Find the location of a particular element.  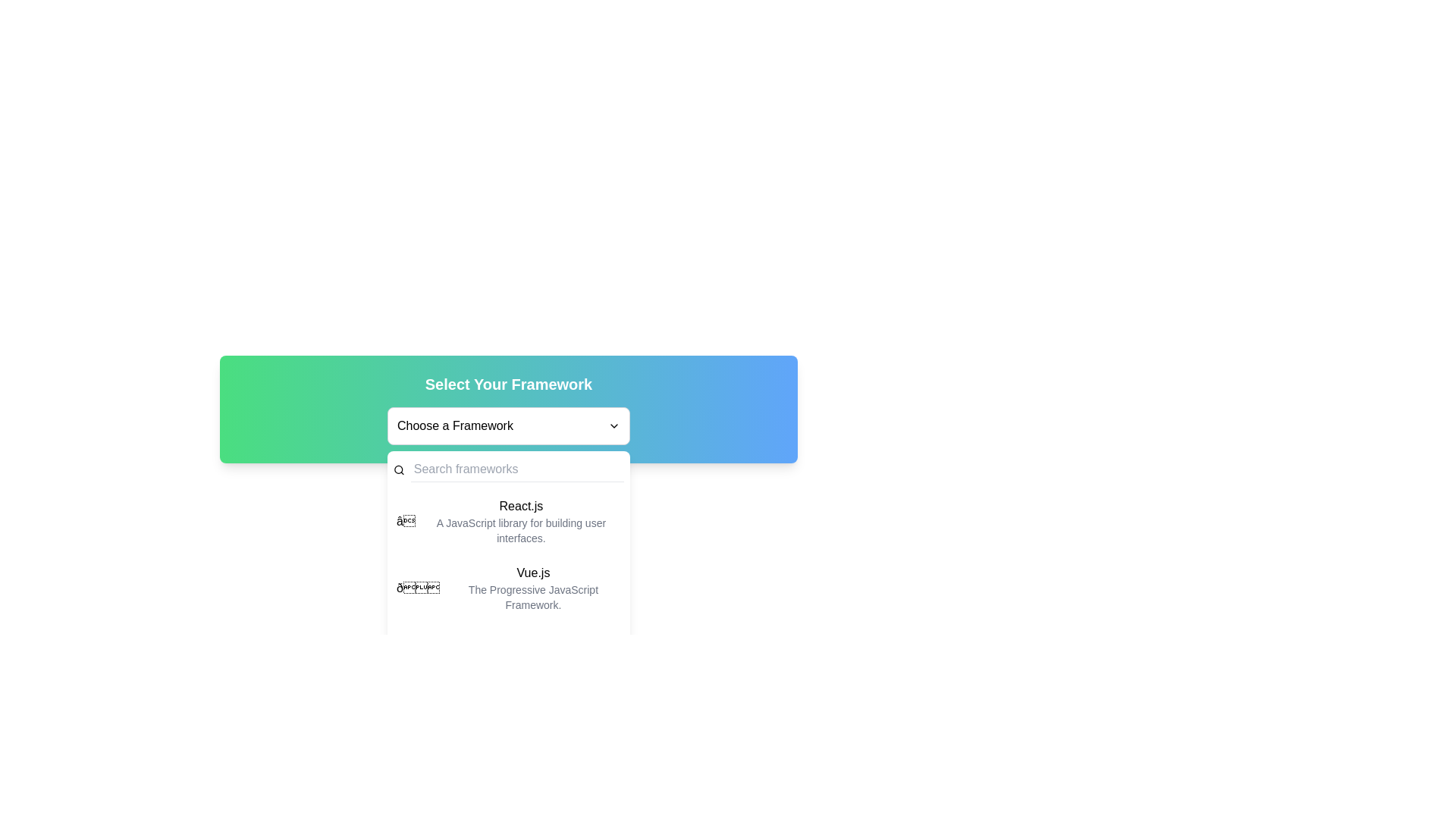

the dropdown list of JavaScript frameworks is located at coordinates (509, 587).